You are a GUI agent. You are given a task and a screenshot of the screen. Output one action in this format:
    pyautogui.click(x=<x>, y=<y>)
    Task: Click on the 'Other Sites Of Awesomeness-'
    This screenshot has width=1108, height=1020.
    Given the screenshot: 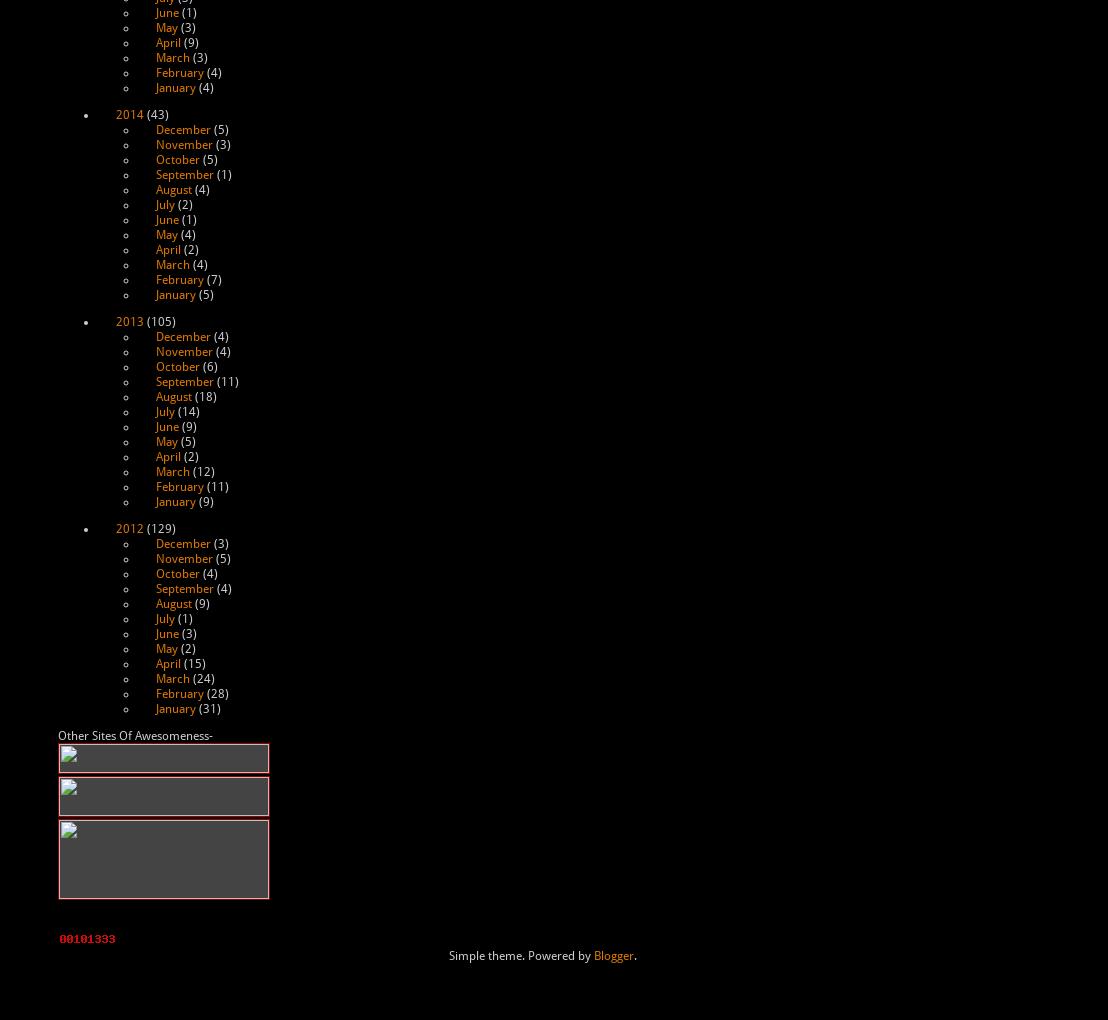 What is the action you would take?
    pyautogui.click(x=56, y=736)
    